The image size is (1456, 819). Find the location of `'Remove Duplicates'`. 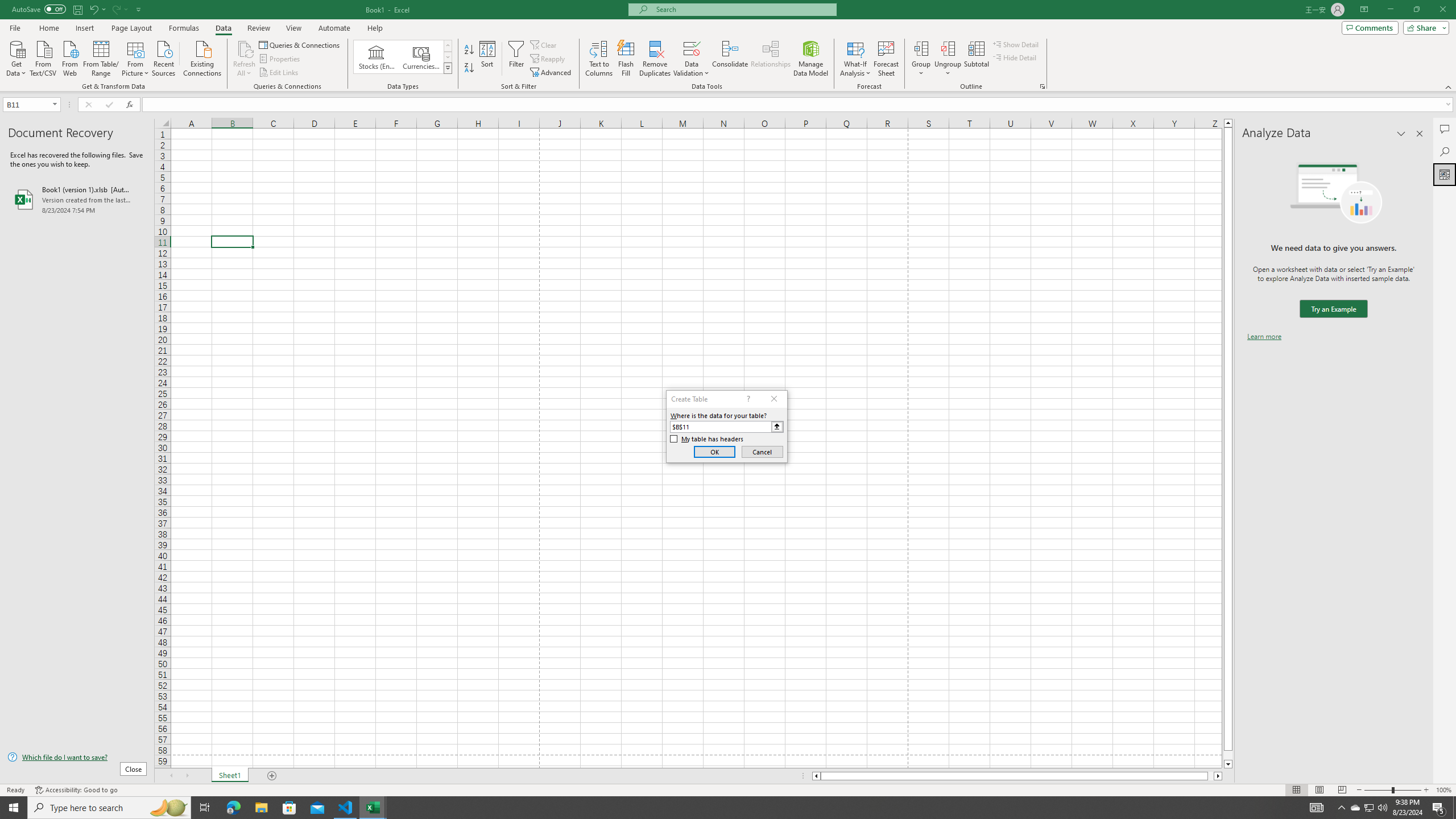

'Remove Duplicates' is located at coordinates (655, 59).